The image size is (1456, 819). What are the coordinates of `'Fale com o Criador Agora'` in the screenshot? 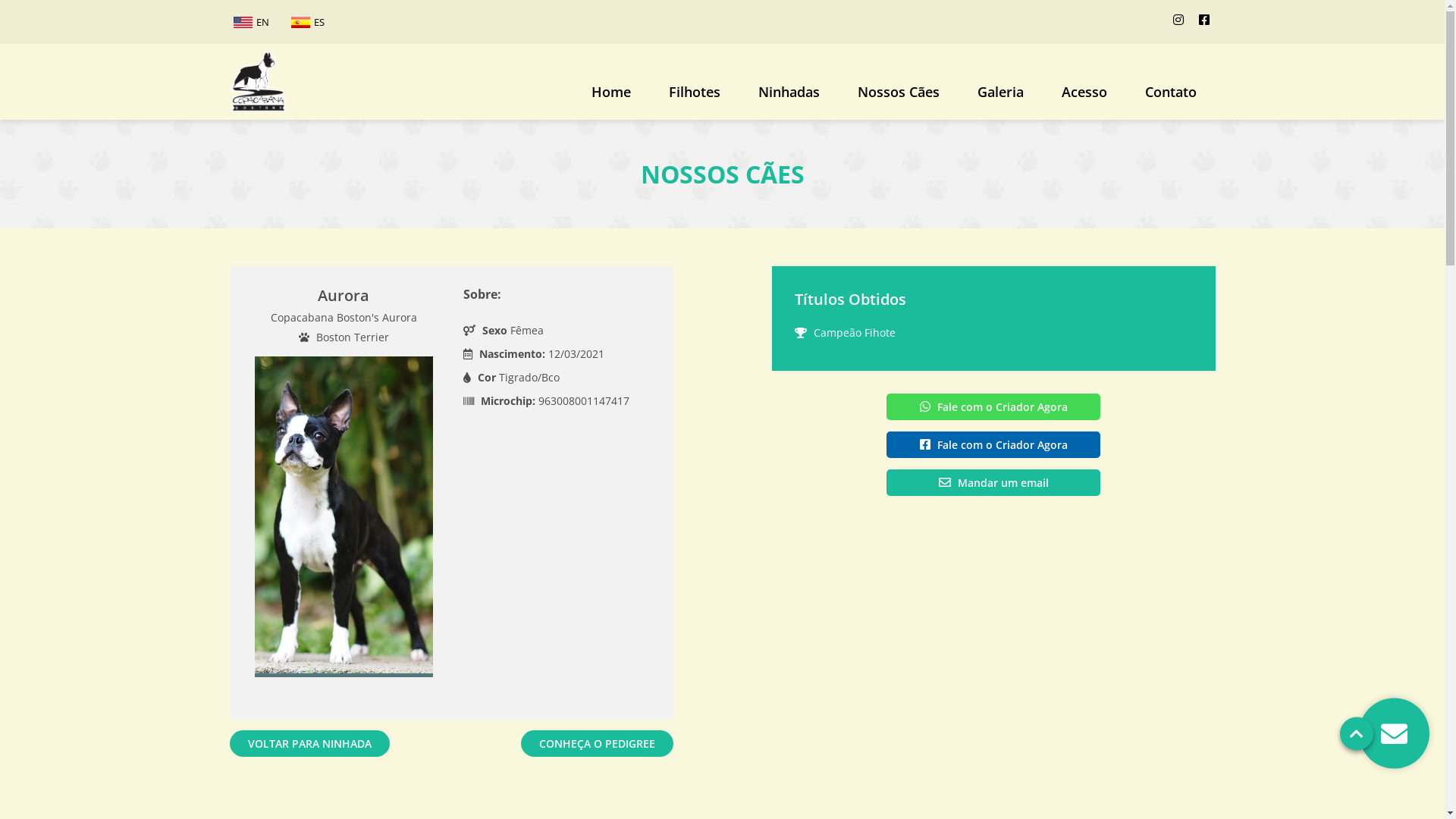 It's located at (993, 444).